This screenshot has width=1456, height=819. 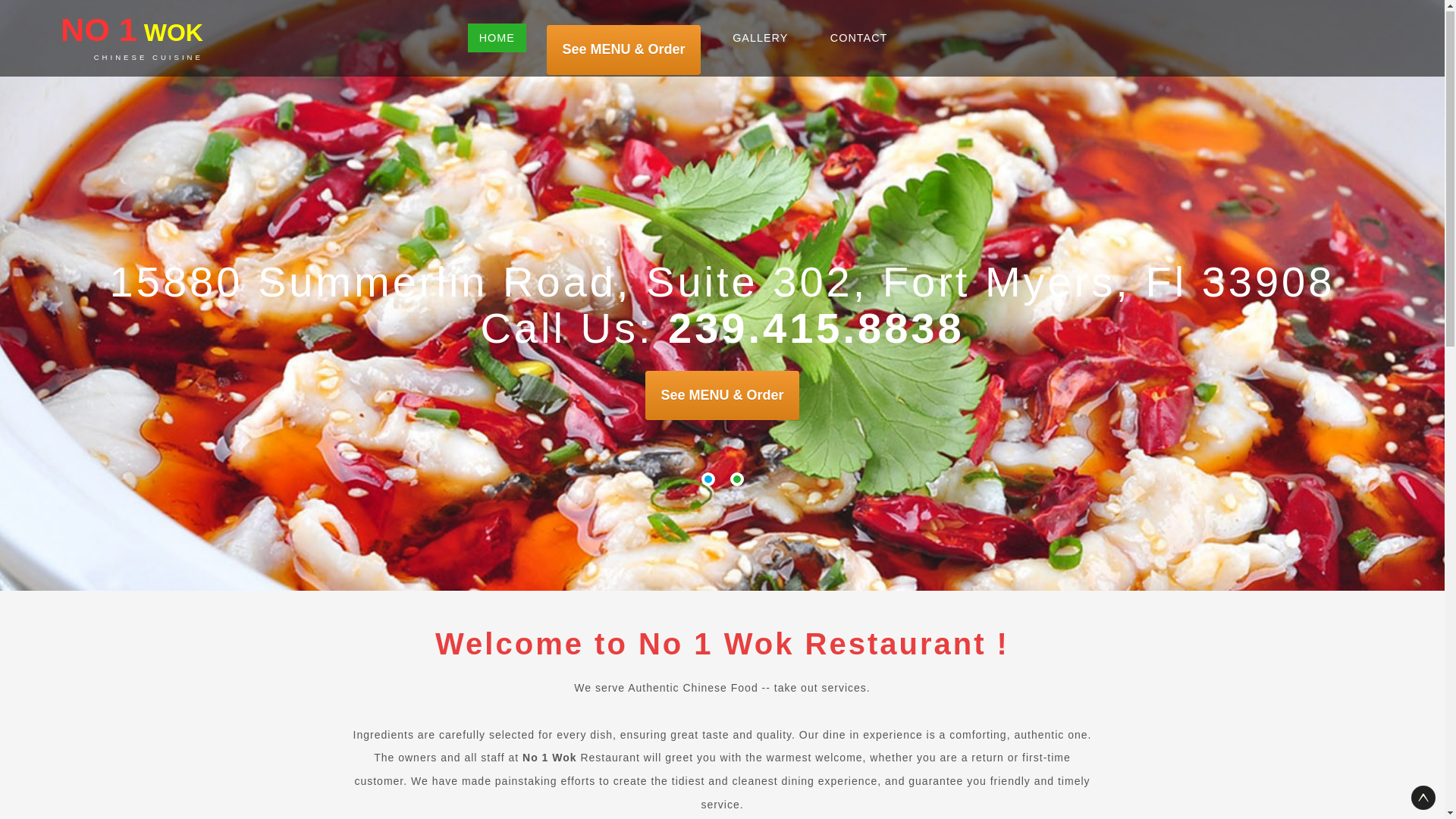 I want to click on 'CONTACT', so click(x=858, y=37).